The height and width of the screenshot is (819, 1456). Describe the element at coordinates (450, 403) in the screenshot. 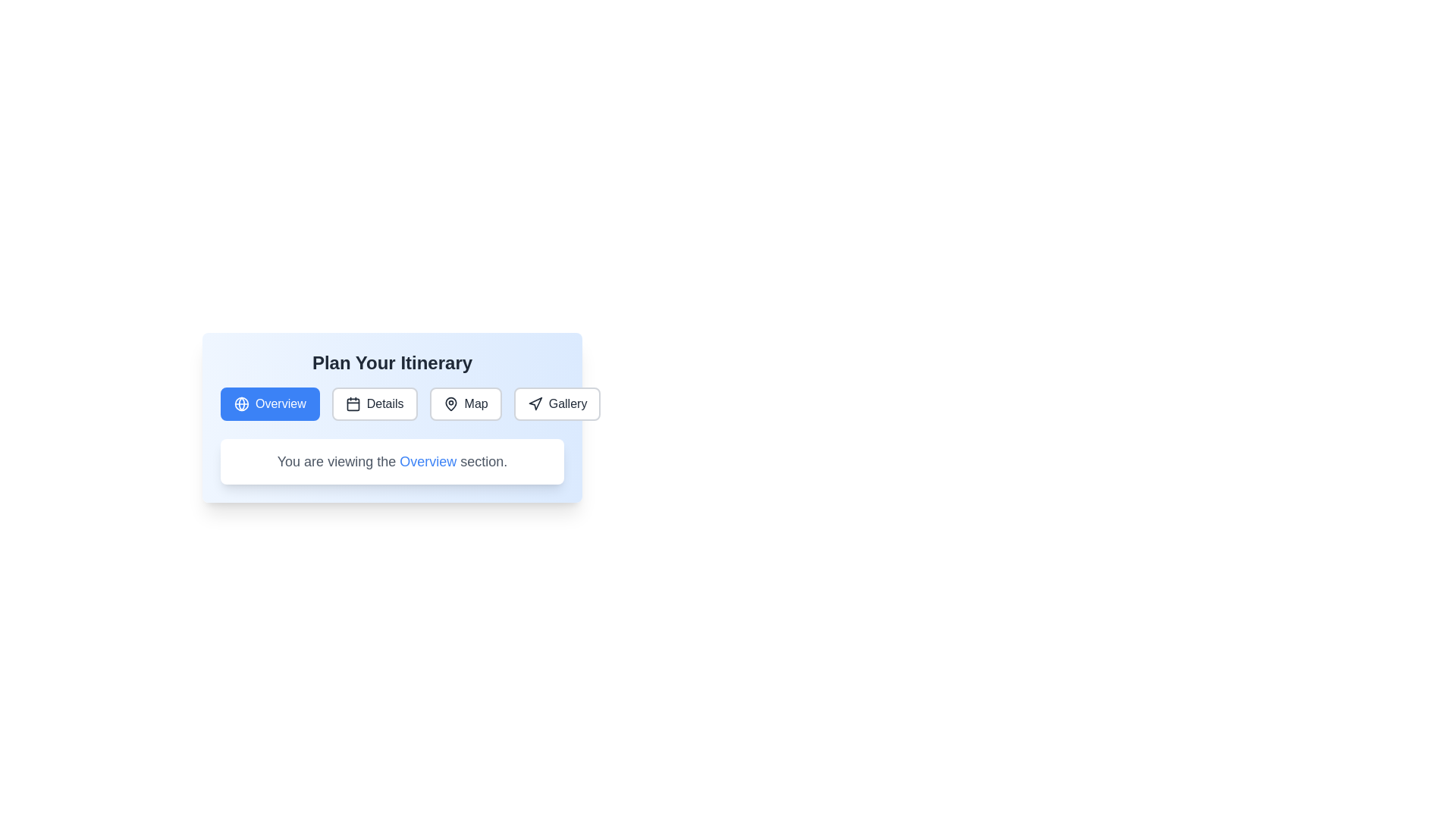

I see `the 'Map' button, which is the third button from the left in the 'Plan Your Itinerary' navigation section` at that location.